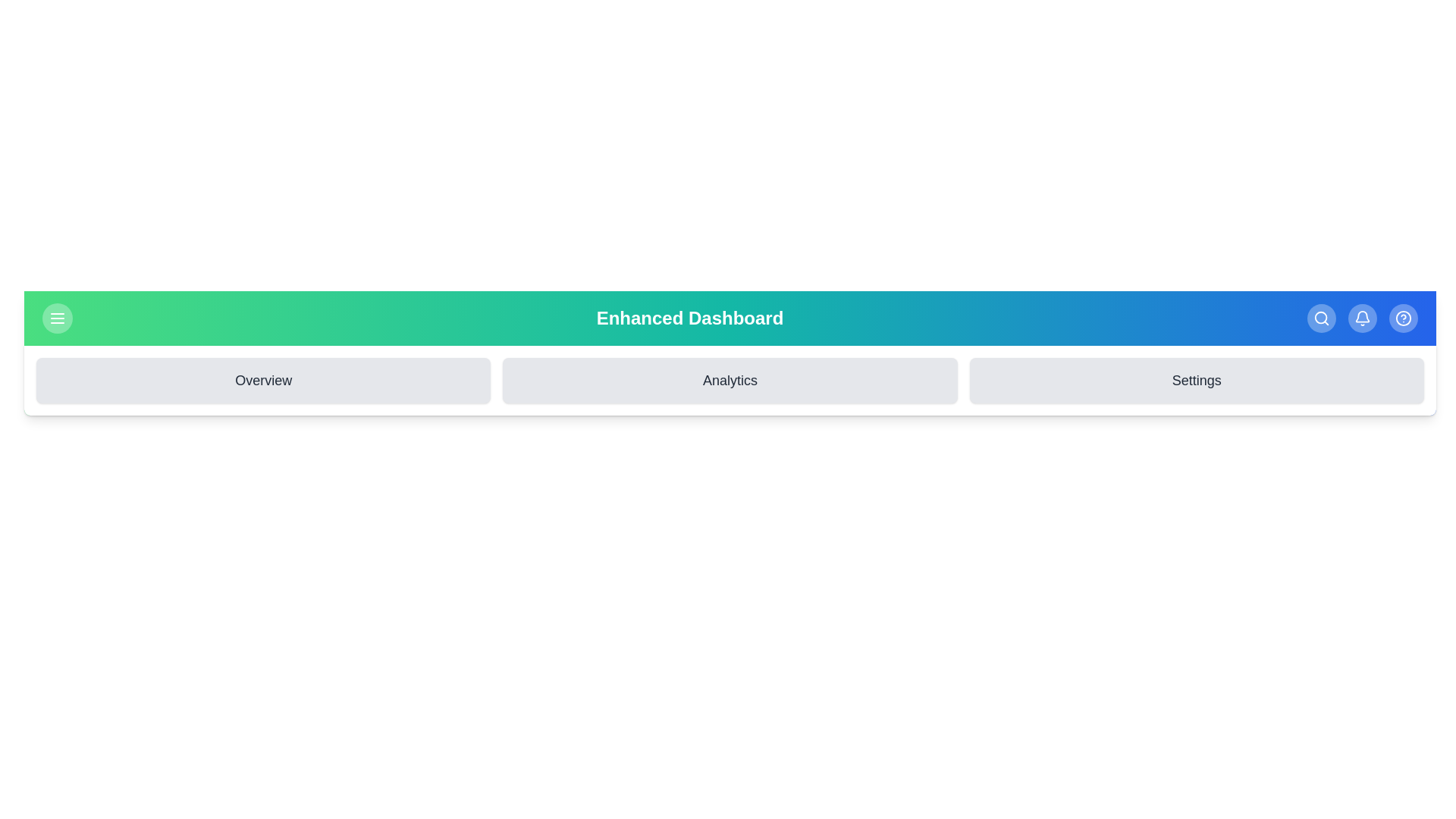 Image resolution: width=1456 pixels, height=819 pixels. What do you see at coordinates (58, 318) in the screenshot?
I see `the button corresponding to Menu` at bounding box center [58, 318].